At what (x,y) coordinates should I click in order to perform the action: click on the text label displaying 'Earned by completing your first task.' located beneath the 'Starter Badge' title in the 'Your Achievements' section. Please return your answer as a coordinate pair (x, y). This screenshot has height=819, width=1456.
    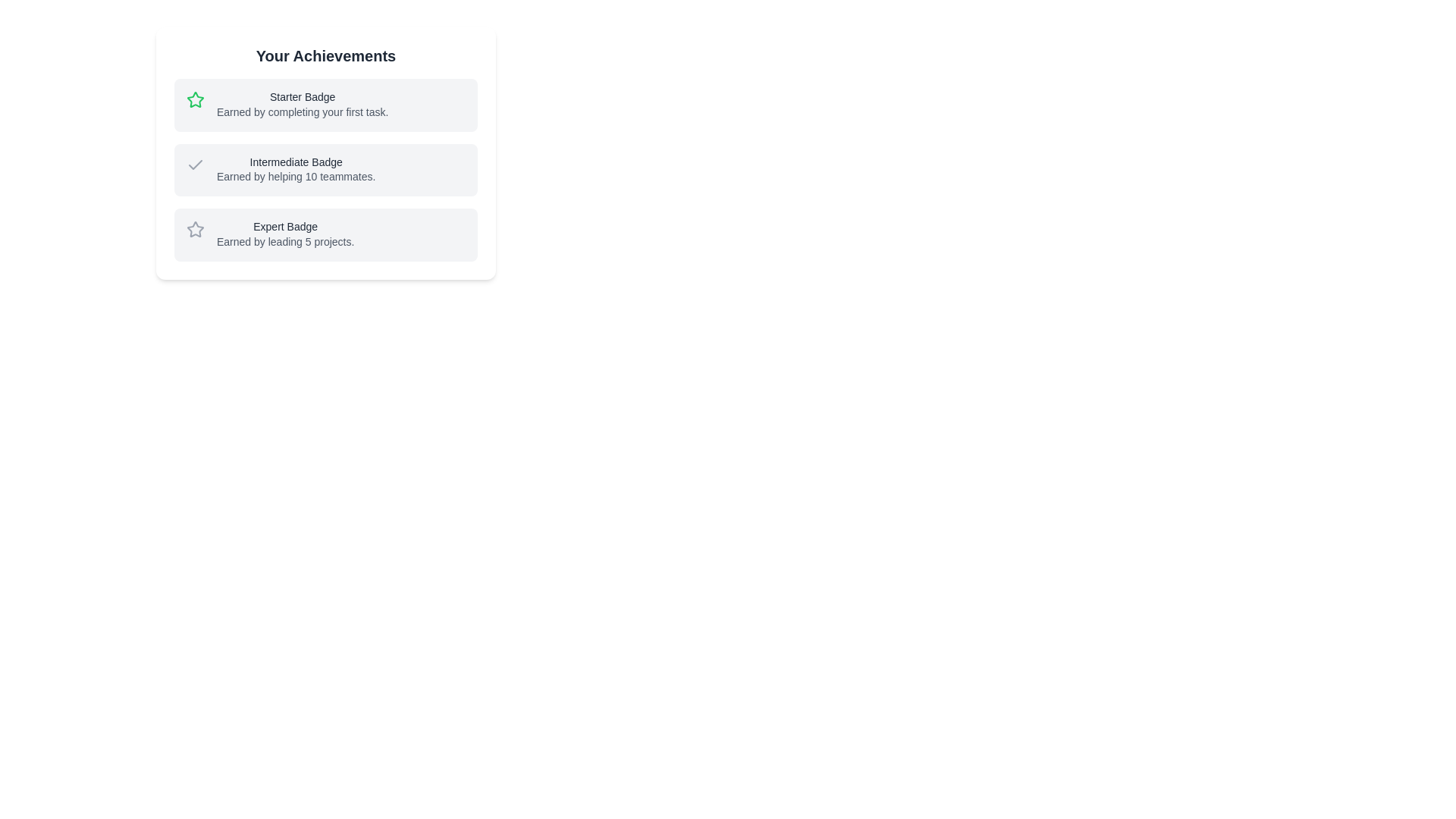
    Looking at the image, I should click on (303, 111).